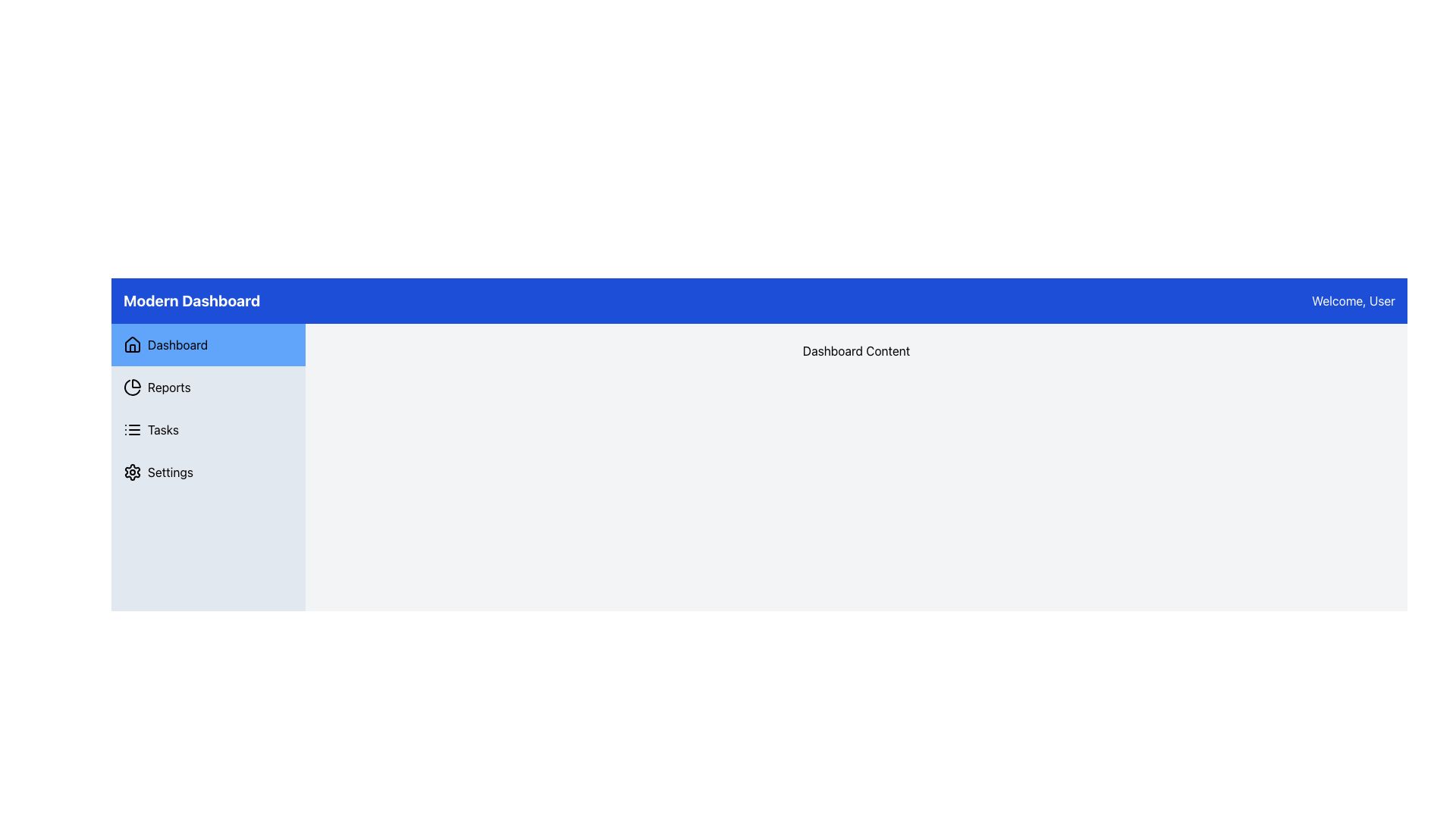  Describe the element at coordinates (1354, 301) in the screenshot. I see `the text 'Welcome, User' displayed in white font on a blue background located in the top-right corner of the application's header bar` at that location.